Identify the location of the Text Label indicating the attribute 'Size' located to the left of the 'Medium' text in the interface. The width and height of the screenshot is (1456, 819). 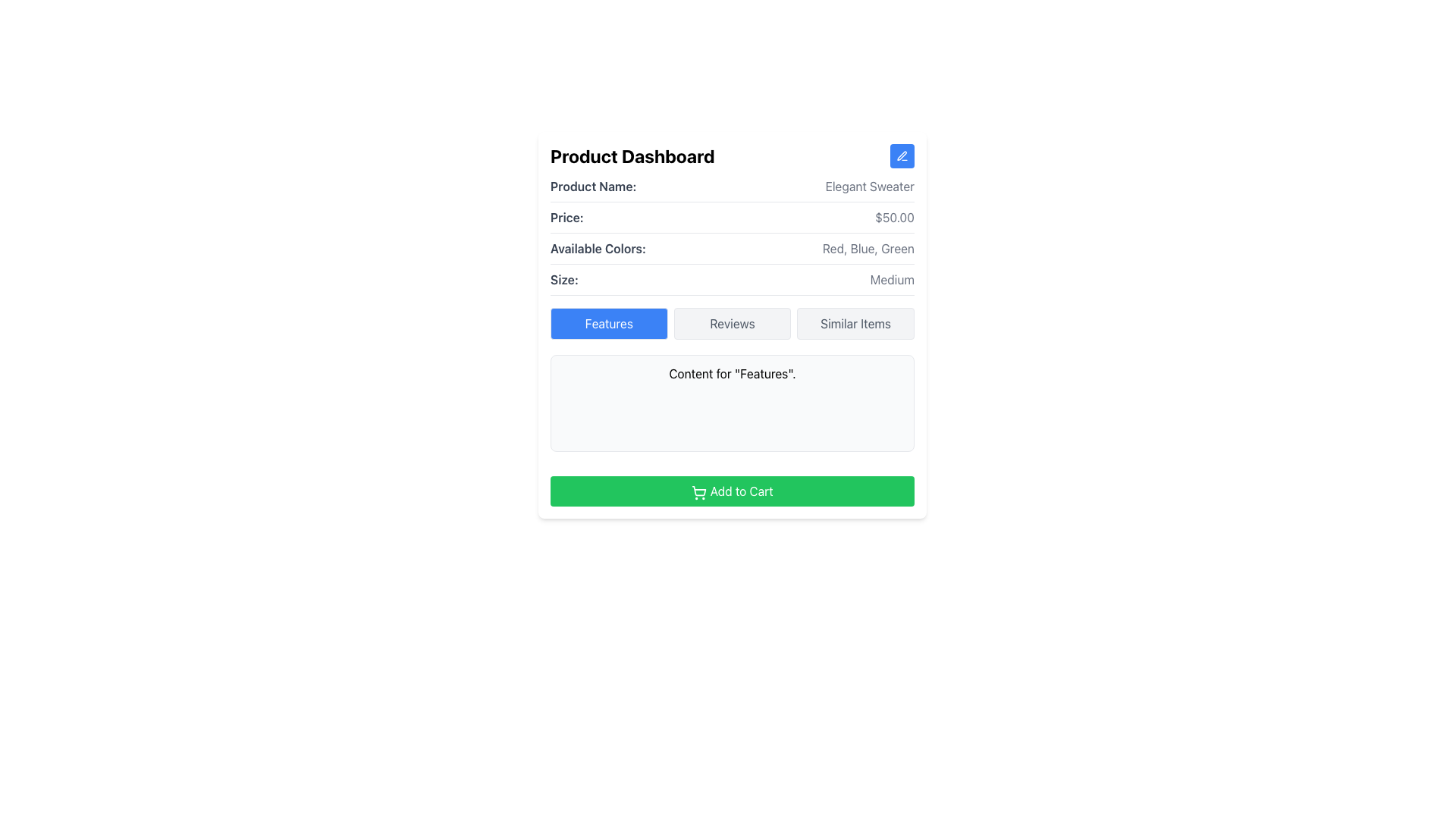
(563, 280).